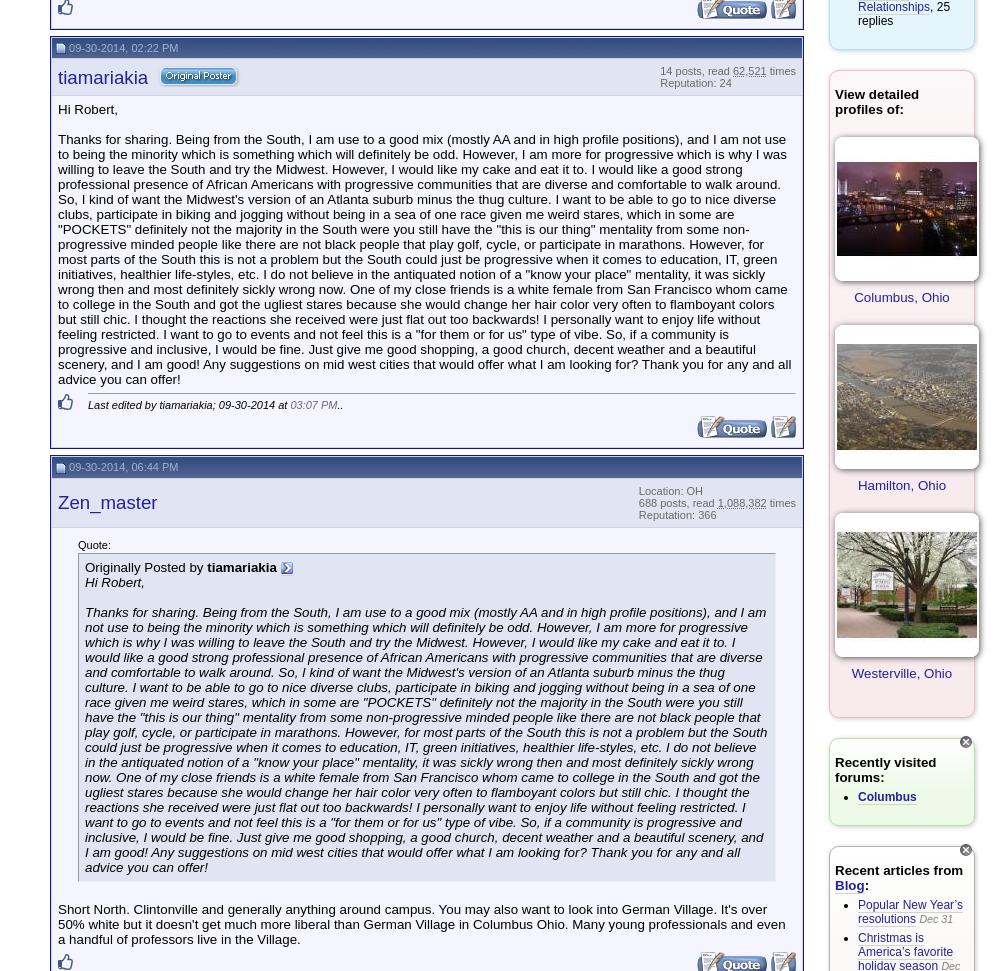  I want to click on 'Columbus, Ohio', so click(853, 296).